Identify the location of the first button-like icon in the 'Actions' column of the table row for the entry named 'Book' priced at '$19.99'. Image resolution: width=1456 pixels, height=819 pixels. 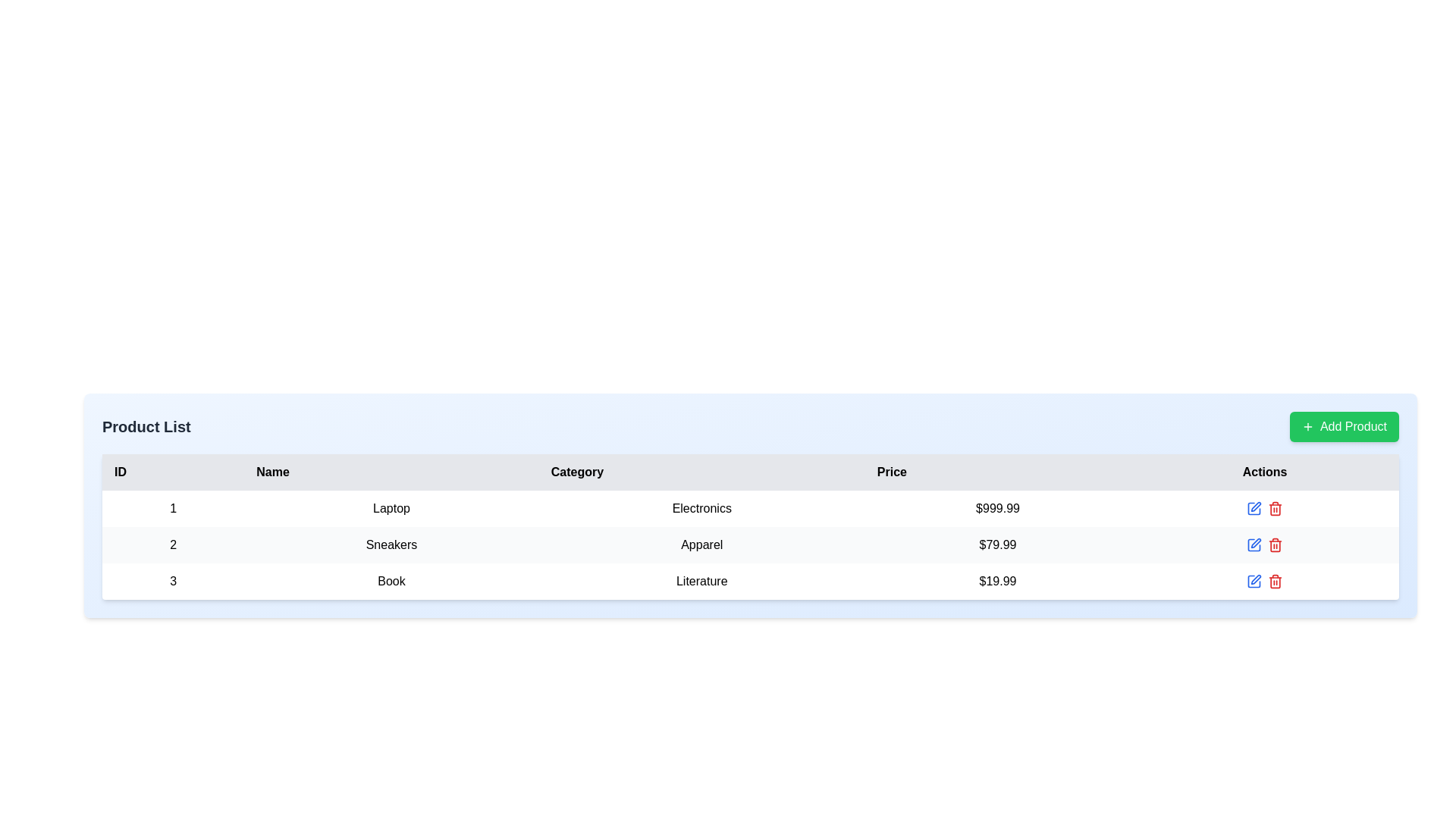
(1256, 579).